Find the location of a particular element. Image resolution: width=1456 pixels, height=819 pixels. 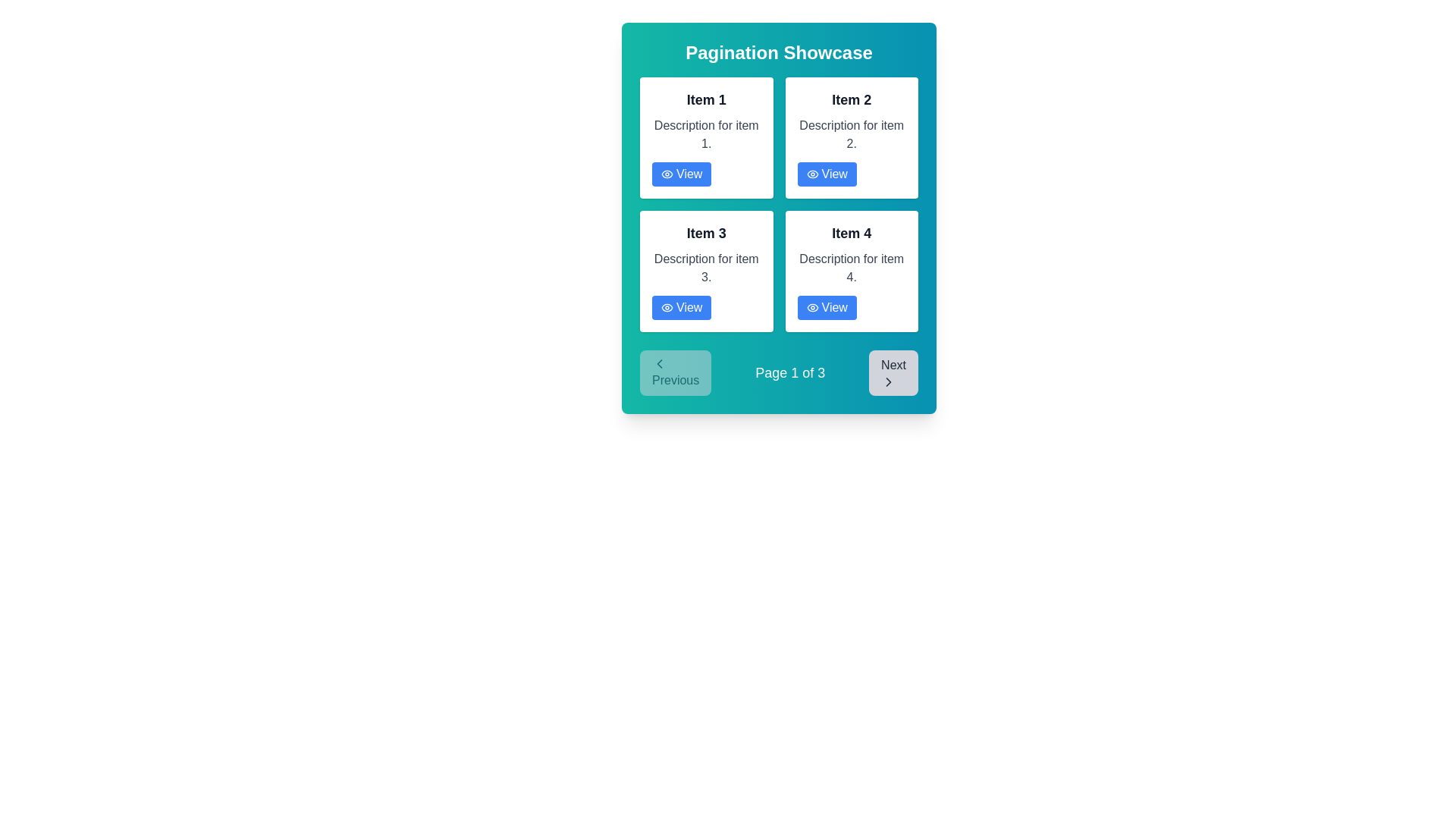

the text label containing 'Description for item 3.' styled in light gray color, positioned below 'Item 3' in the third item card of a grid layout is located at coordinates (705, 268).